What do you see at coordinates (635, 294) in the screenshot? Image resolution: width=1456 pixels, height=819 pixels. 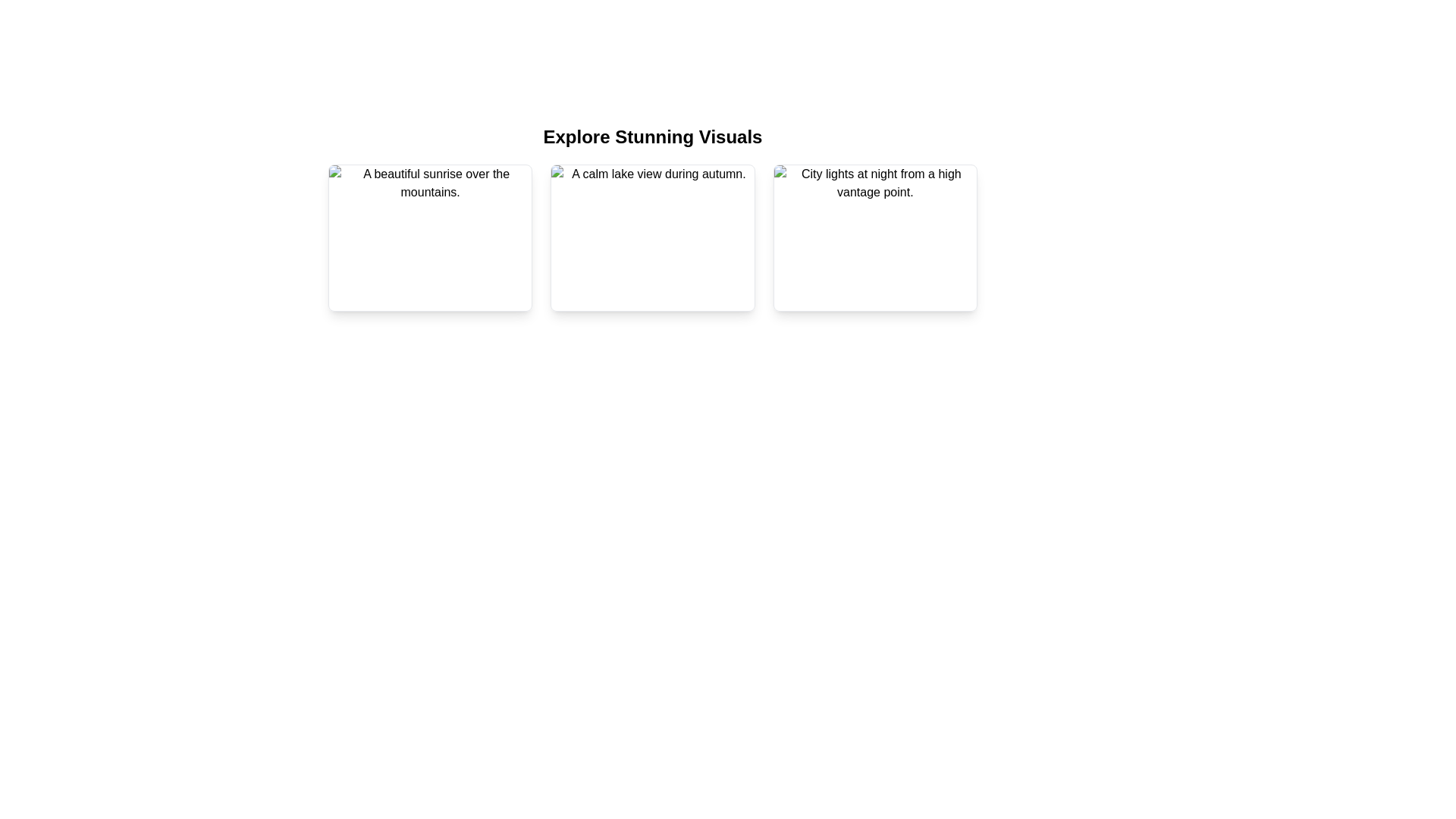 I see `the circular button with a blue outline and white background containing an information symbol, located at the bottom-center of the card labeled 'A calm lake view during autumn.'` at bounding box center [635, 294].